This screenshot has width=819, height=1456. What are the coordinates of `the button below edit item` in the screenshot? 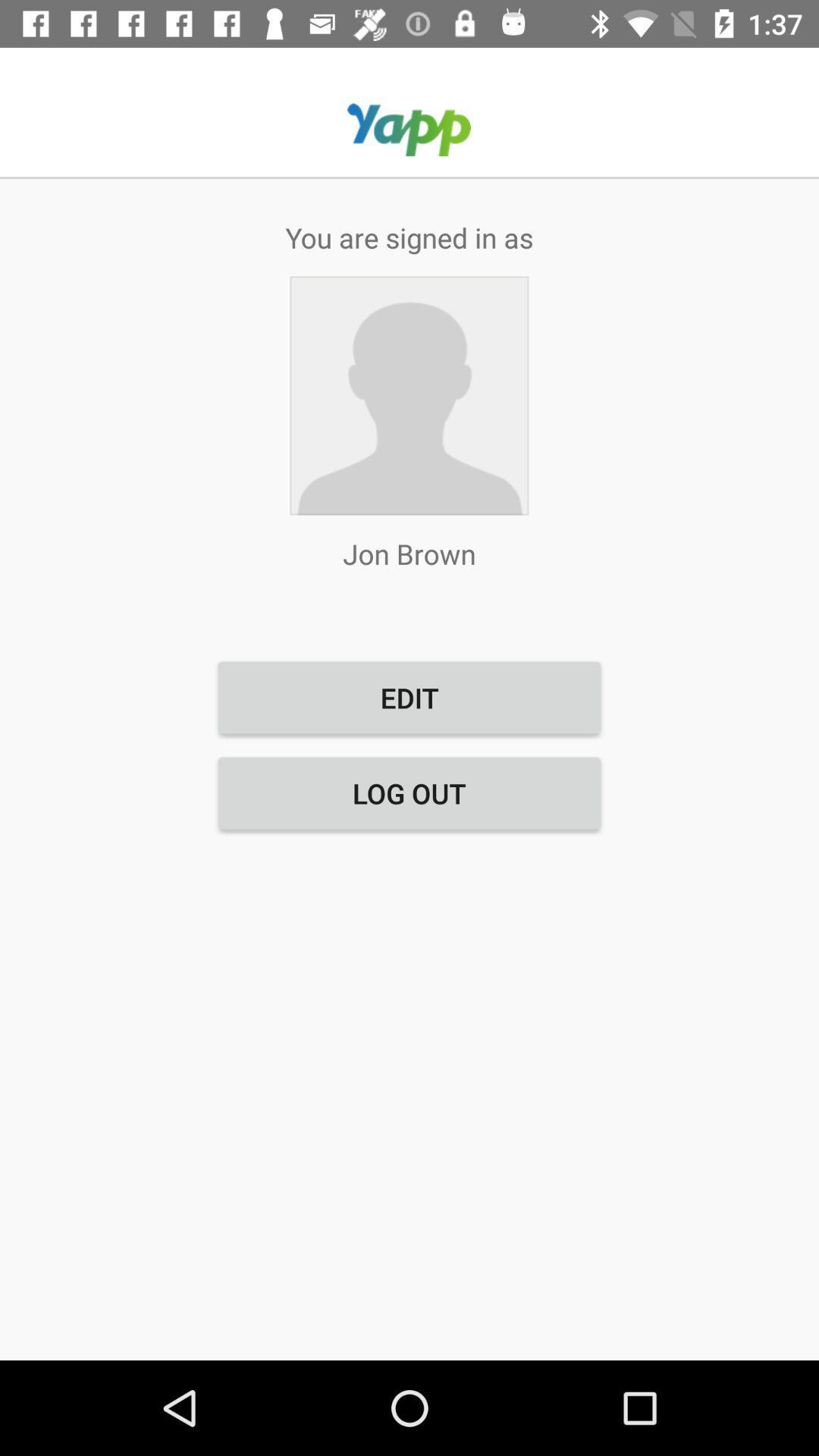 It's located at (409, 792).